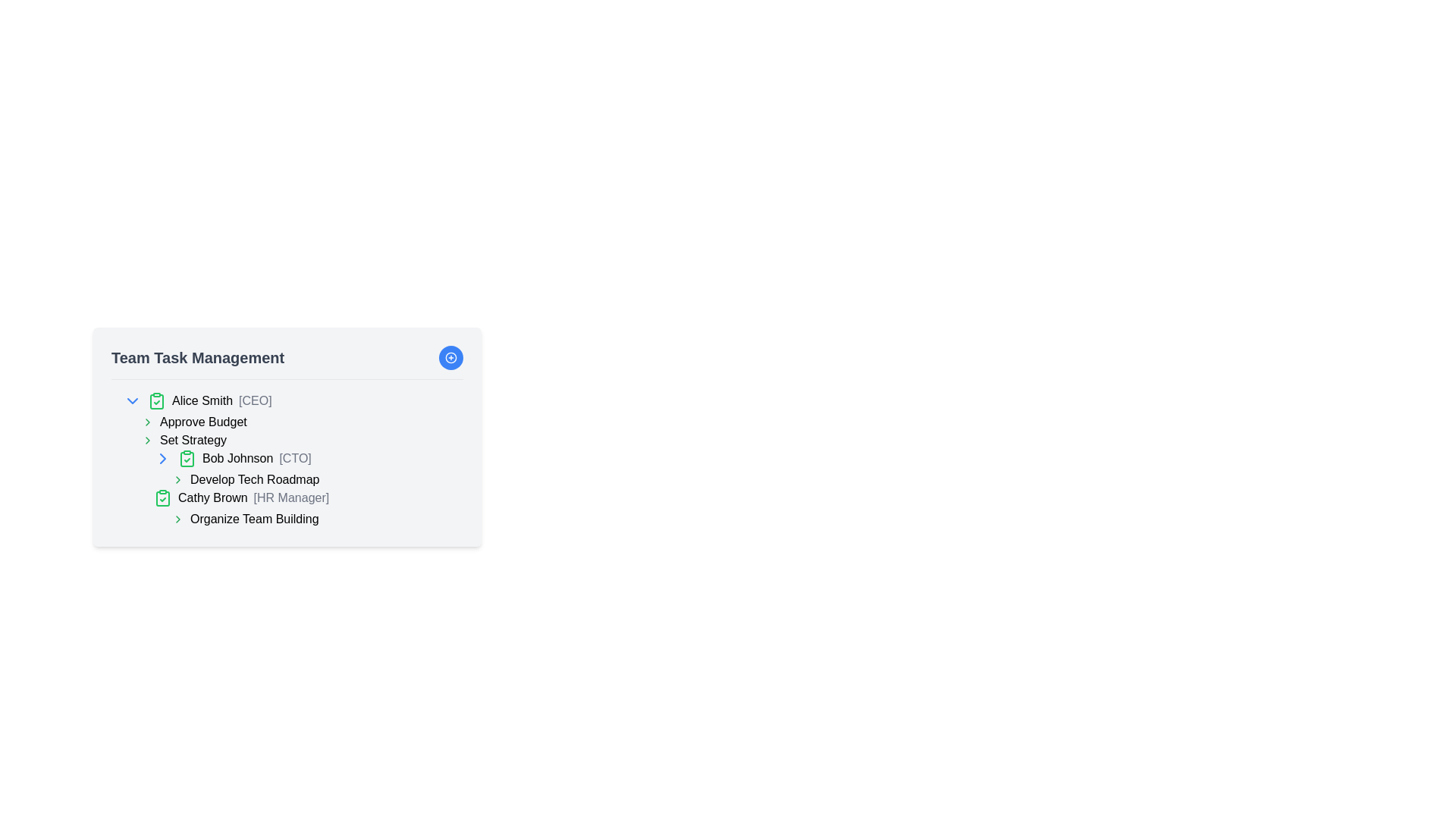  What do you see at coordinates (287, 459) in the screenshot?
I see `the names in the Organized list with hierarchical structure` at bounding box center [287, 459].